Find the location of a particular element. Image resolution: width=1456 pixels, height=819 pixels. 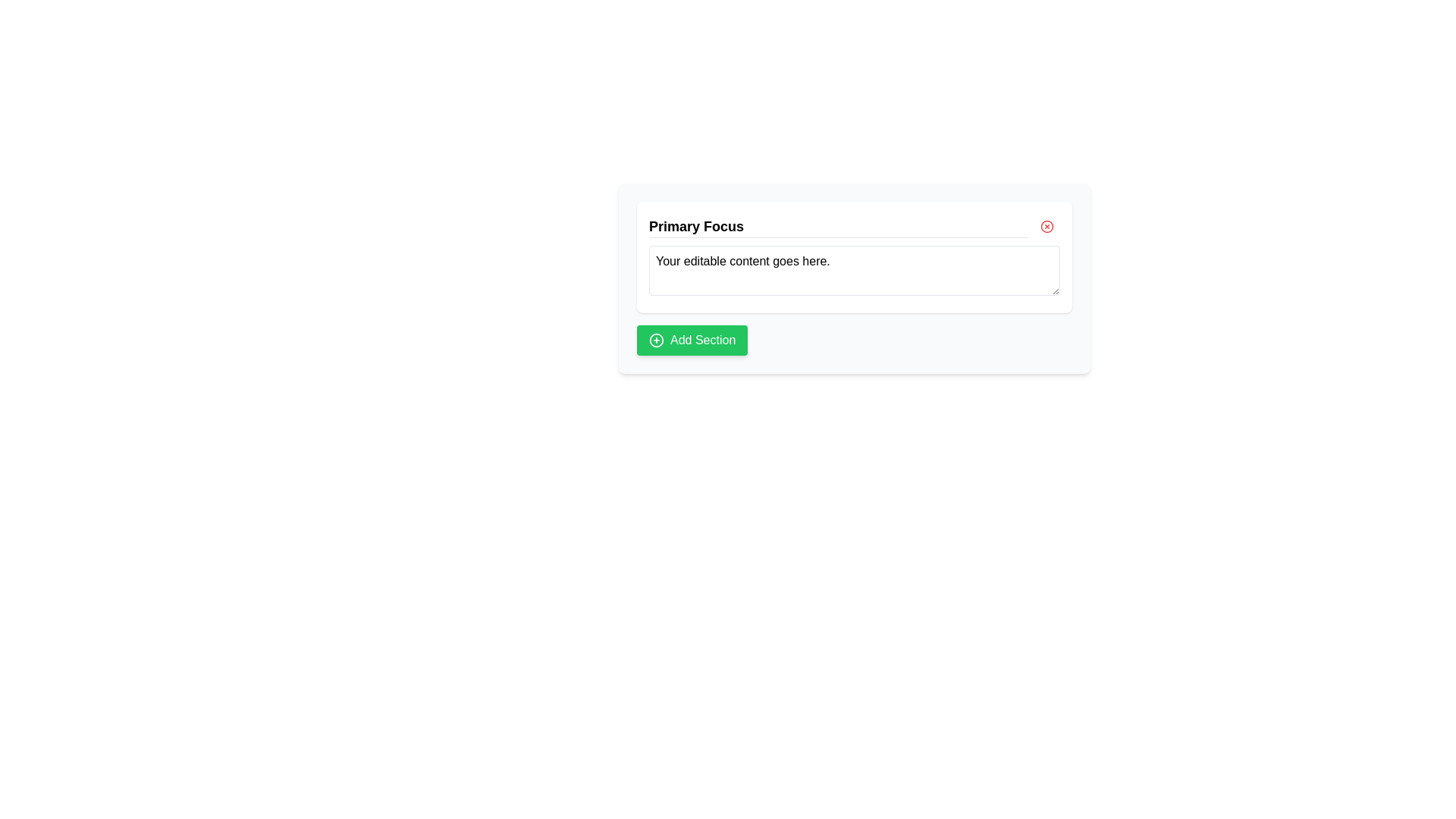

the Close icon button, which is a red circular icon with a cross inside, located in the top-right corner of the 'Primary Focus' input box is located at coordinates (1046, 227).